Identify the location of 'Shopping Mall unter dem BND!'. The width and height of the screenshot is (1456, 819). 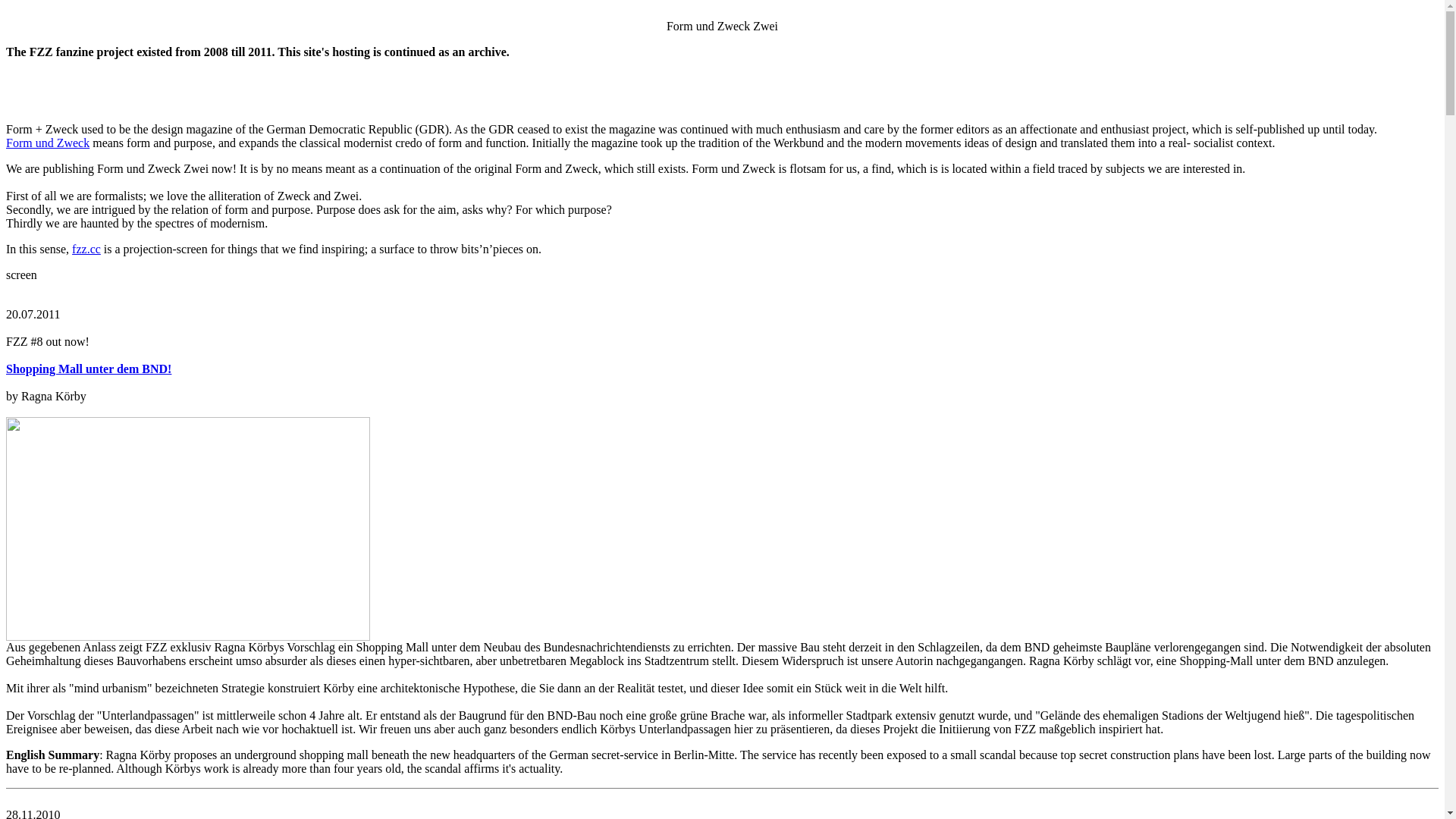
(6, 369).